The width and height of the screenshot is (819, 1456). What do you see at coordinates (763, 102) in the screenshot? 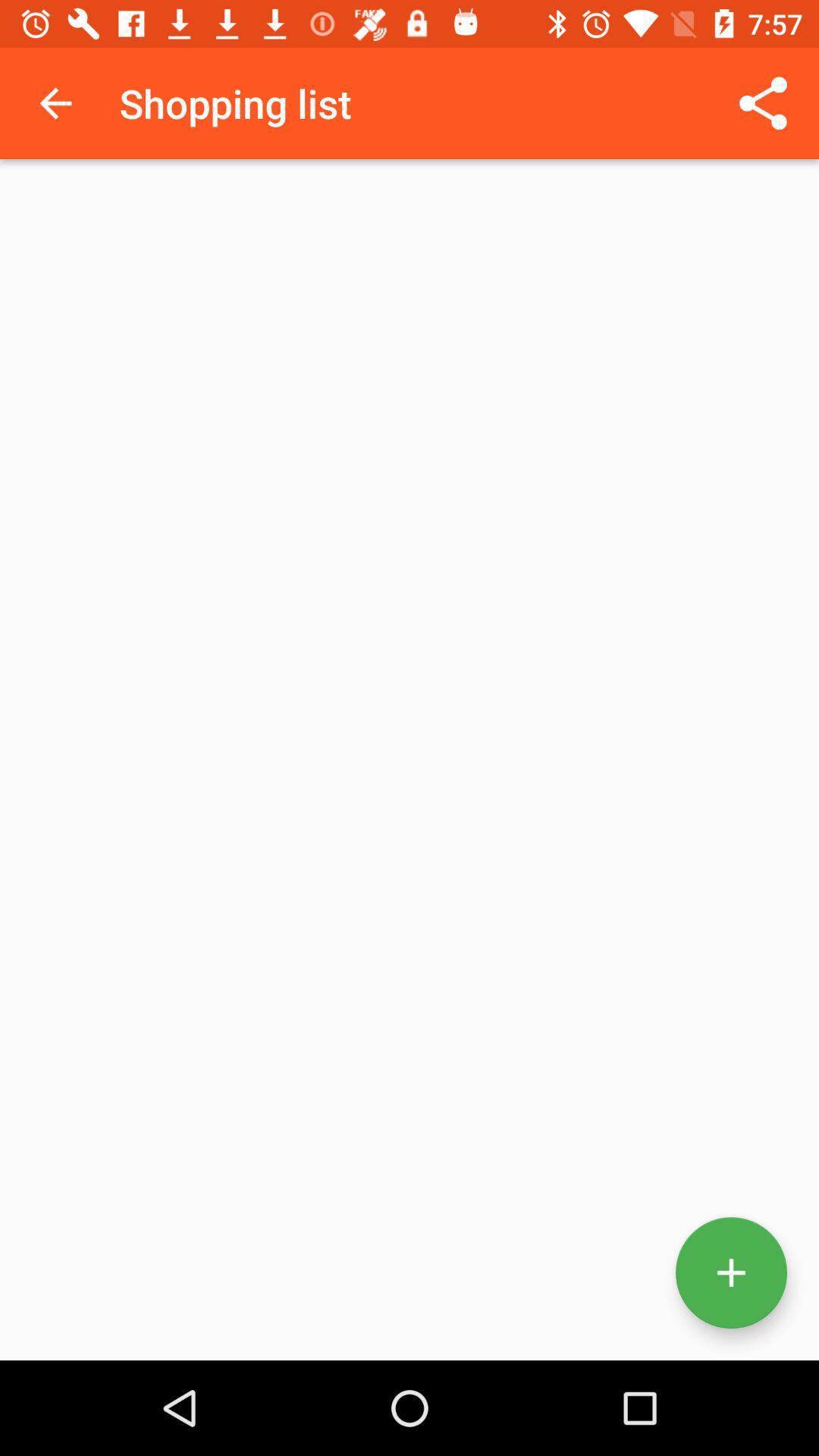
I see `the icon next to shopping list item` at bounding box center [763, 102].